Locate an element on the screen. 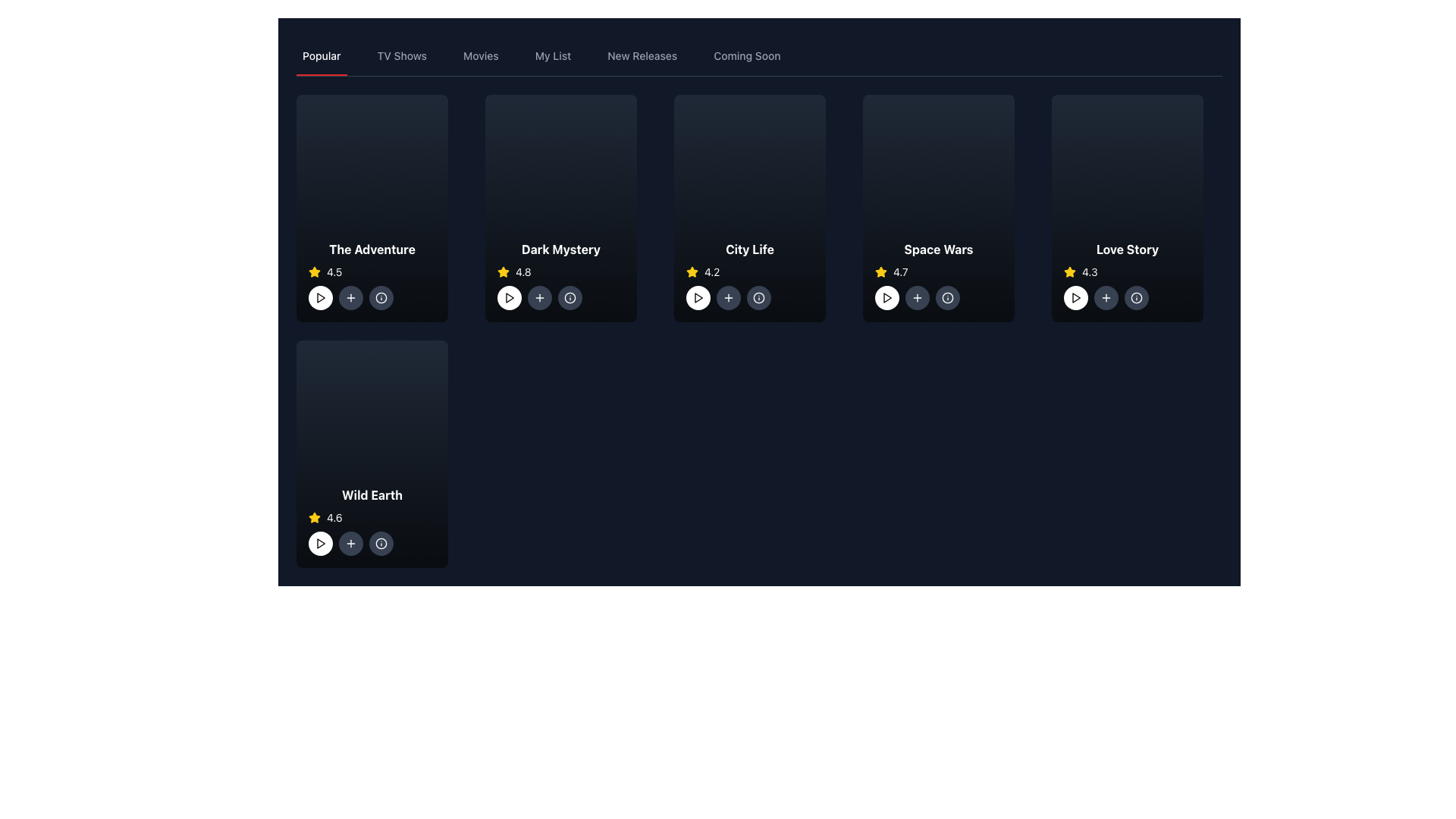 Image resolution: width=1456 pixels, height=819 pixels. the circular SVG graphic element located in the center of the information icon within the 'Space Wars' card is located at coordinates (946, 298).